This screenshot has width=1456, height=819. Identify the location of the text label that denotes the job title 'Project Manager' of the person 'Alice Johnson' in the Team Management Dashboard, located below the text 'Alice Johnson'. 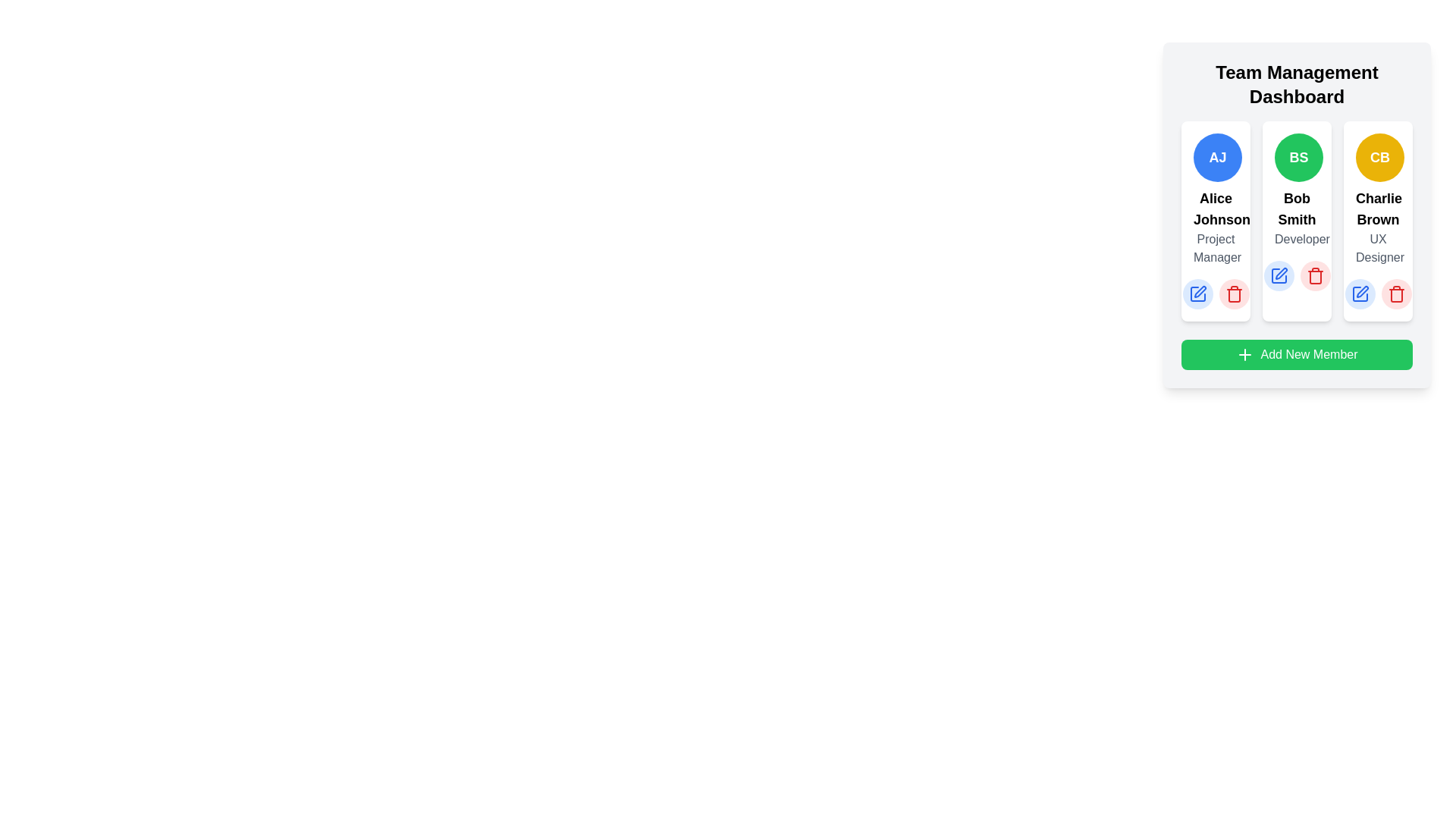
(1216, 247).